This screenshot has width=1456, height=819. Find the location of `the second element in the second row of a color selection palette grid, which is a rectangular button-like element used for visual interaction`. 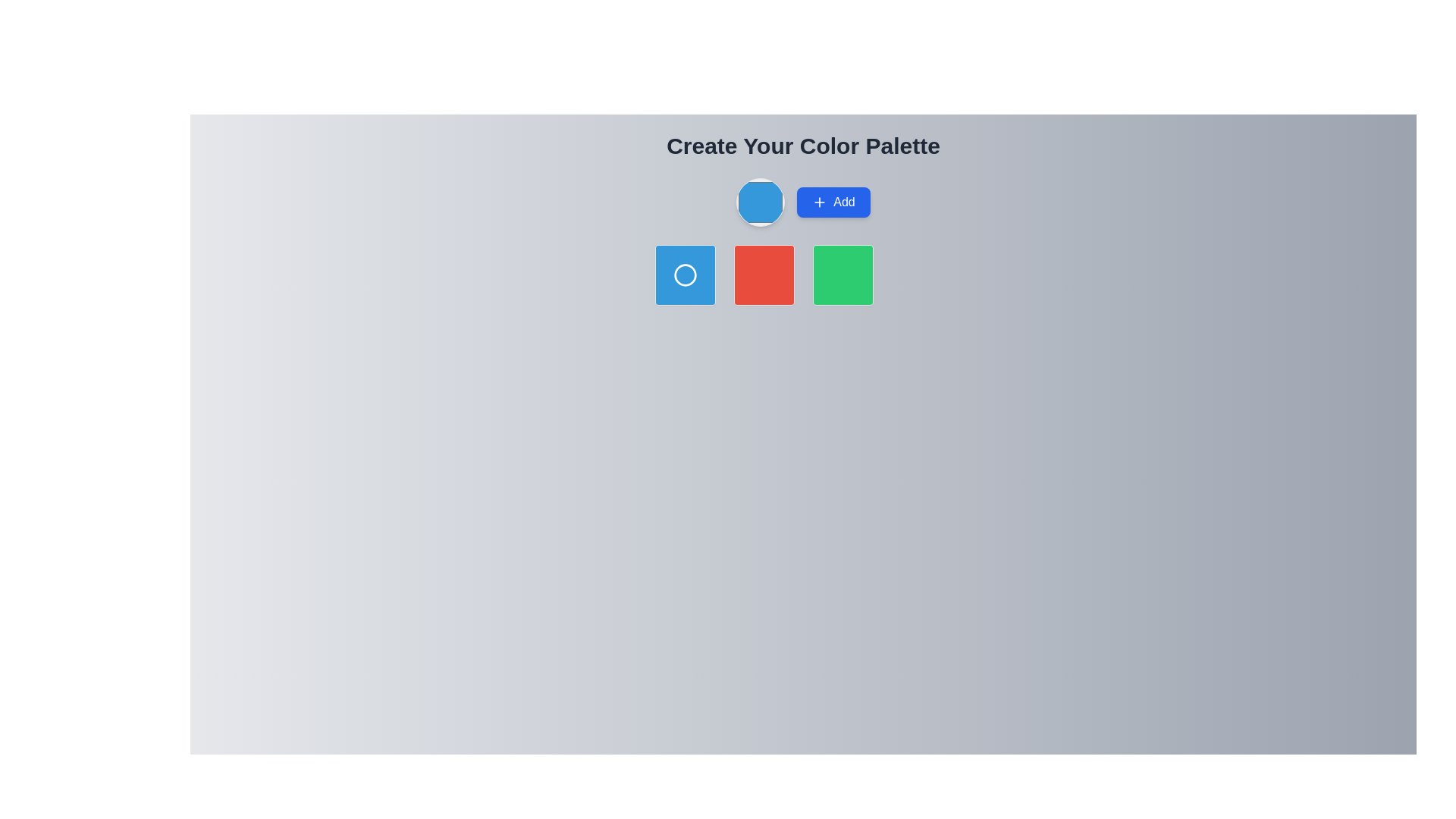

the second element in the second row of a color selection palette grid, which is a rectangular button-like element used for visual interaction is located at coordinates (764, 275).